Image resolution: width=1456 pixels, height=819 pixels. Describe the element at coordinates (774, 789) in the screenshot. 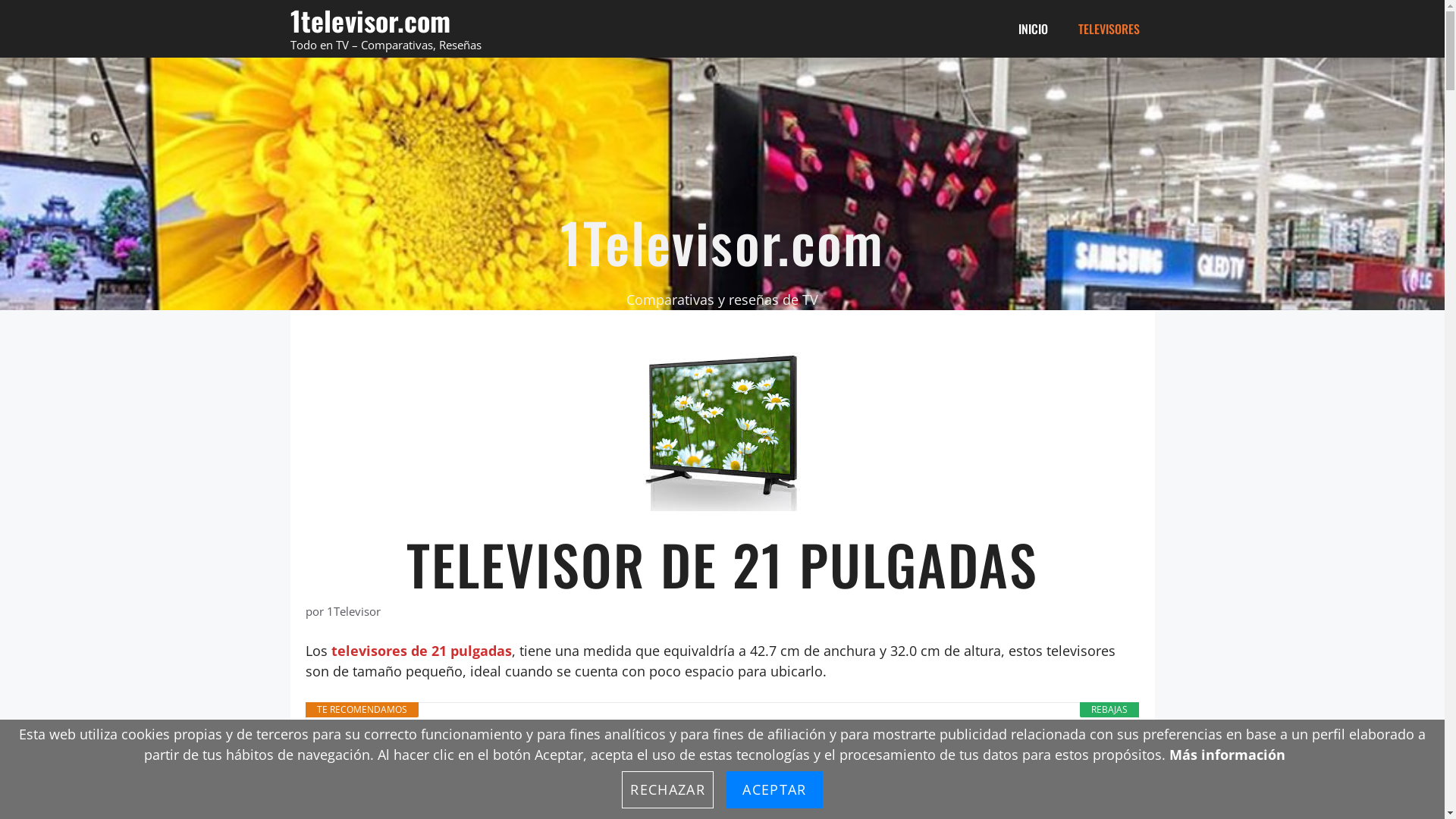

I see `'ACEPTAR'` at that location.